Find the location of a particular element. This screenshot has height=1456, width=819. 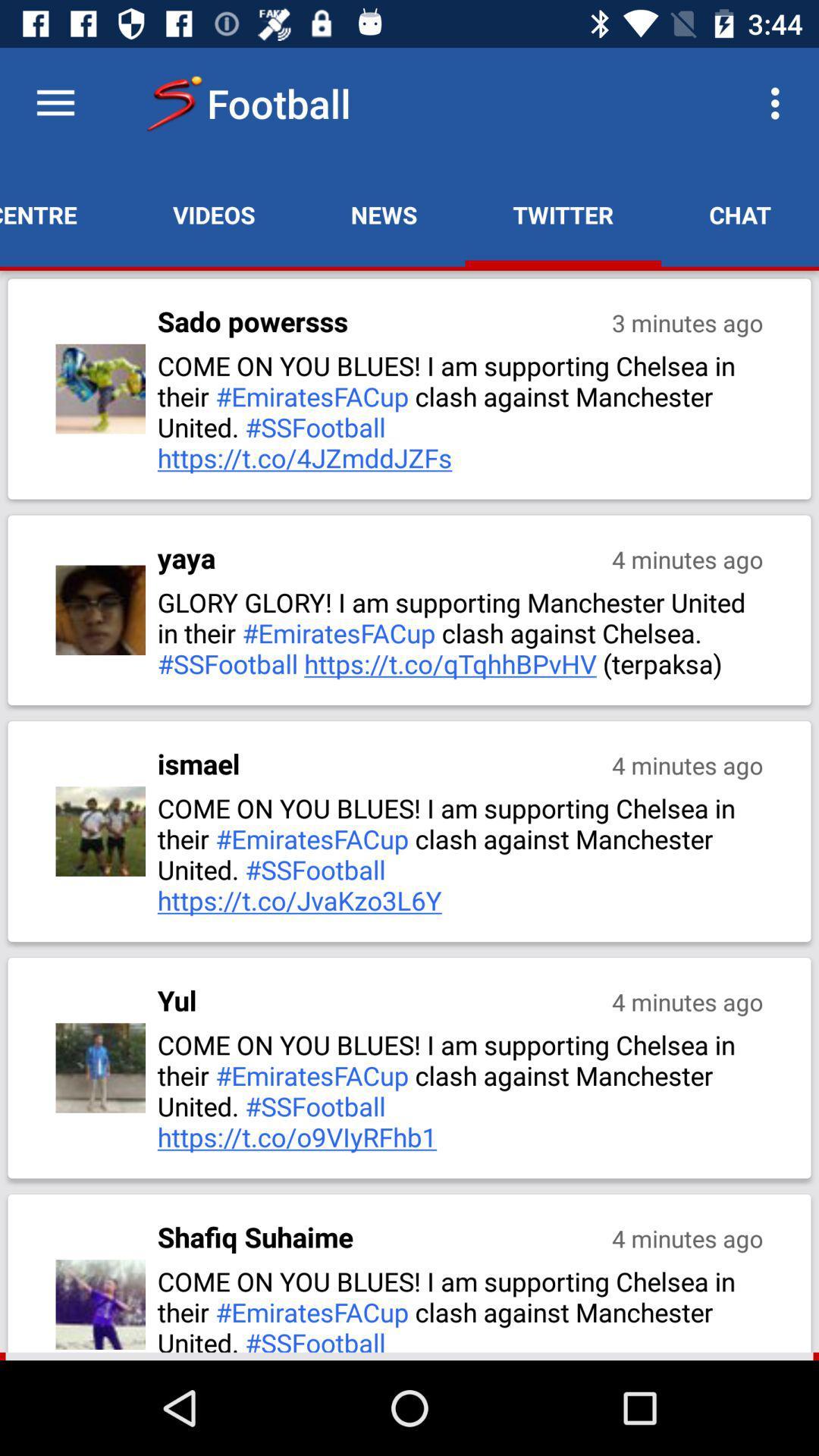

the item below yaya is located at coordinates (461, 632).